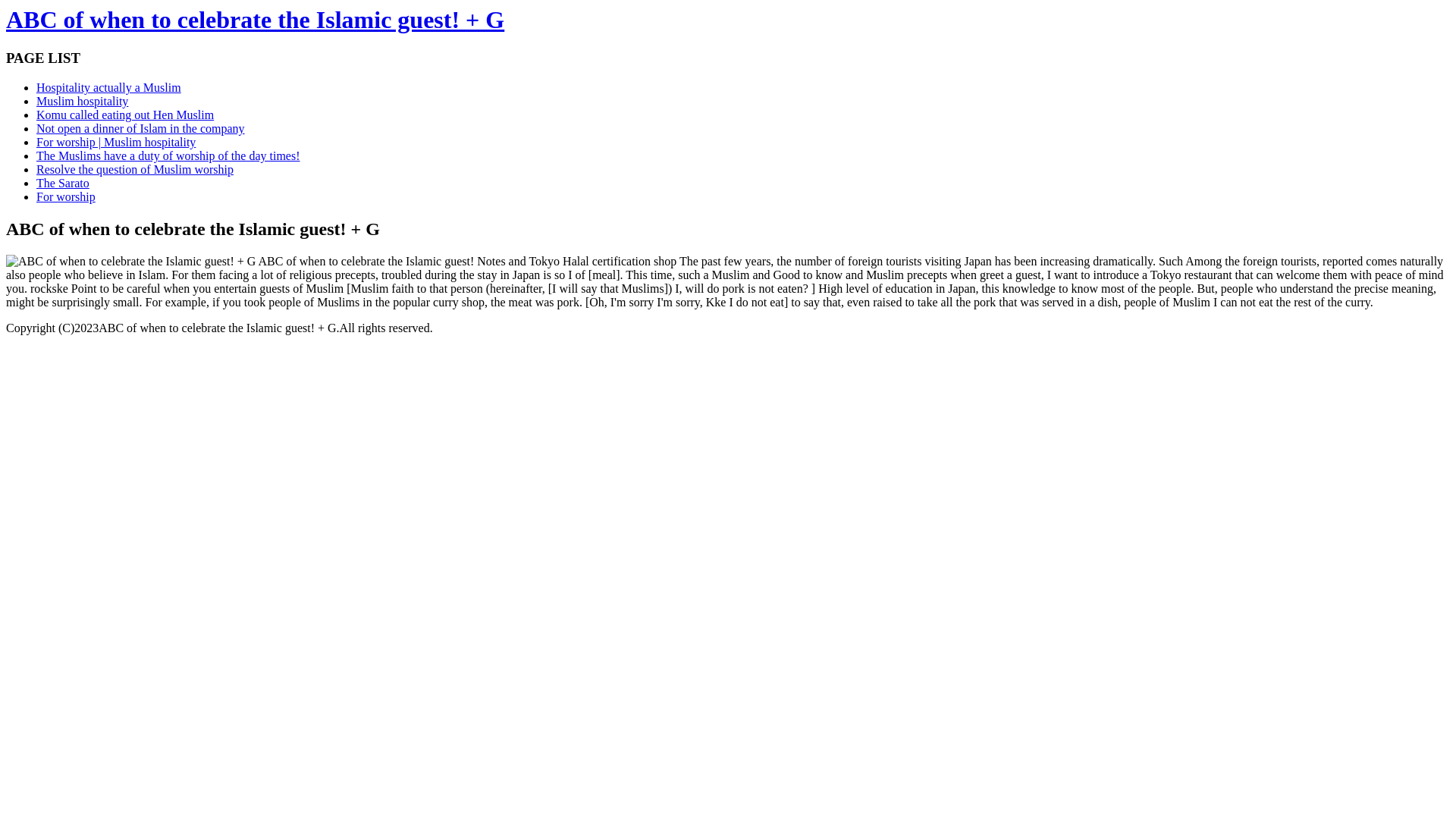 This screenshot has height=819, width=1456. I want to click on 'For worship', so click(36, 196).